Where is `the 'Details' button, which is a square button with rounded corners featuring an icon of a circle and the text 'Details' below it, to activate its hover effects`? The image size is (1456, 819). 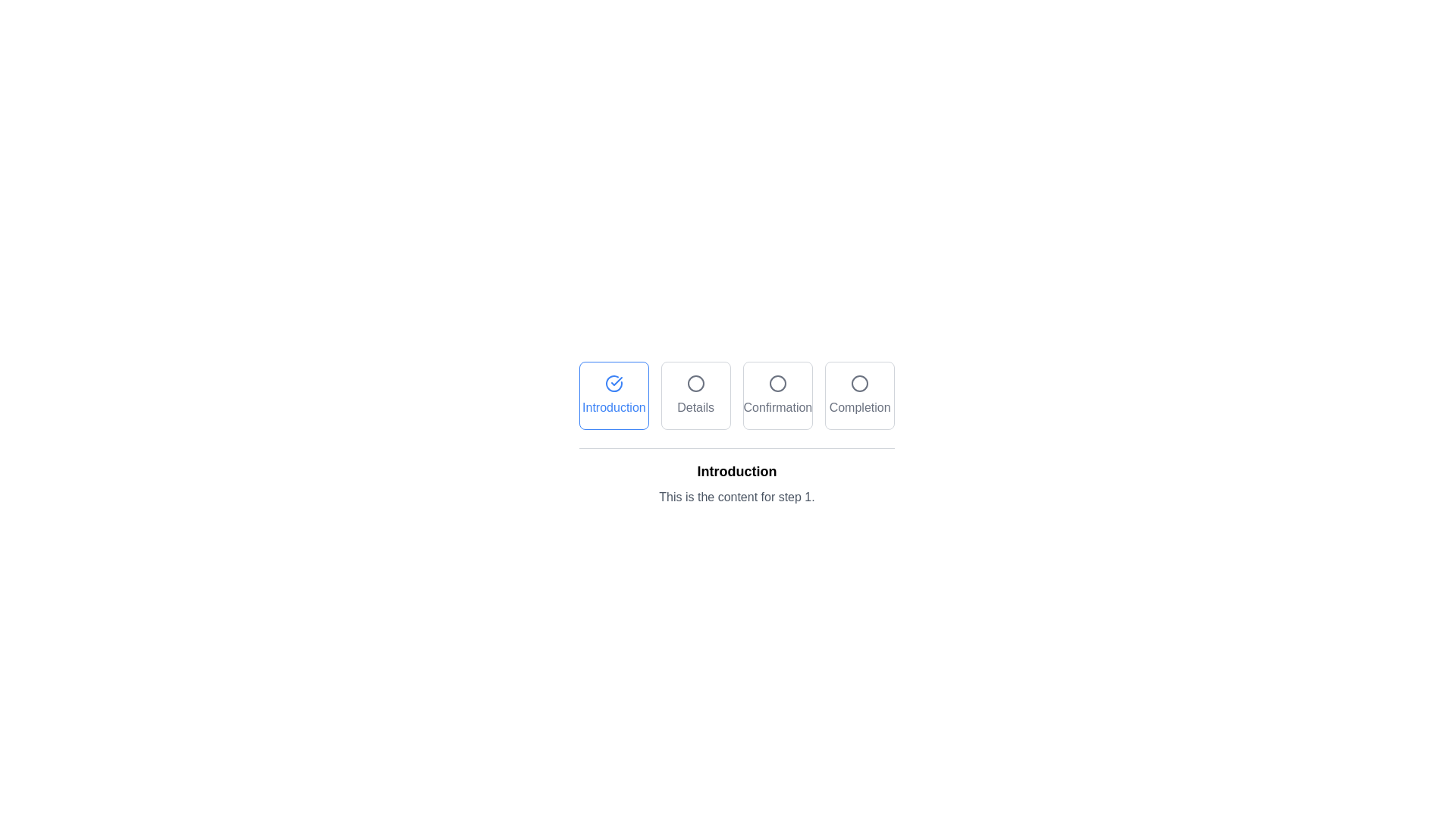
the 'Details' button, which is a square button with rounded corners featuring an icon of a circle and the text 'Details' below it, to activate its hover effects is located at coordinates (695, 394).